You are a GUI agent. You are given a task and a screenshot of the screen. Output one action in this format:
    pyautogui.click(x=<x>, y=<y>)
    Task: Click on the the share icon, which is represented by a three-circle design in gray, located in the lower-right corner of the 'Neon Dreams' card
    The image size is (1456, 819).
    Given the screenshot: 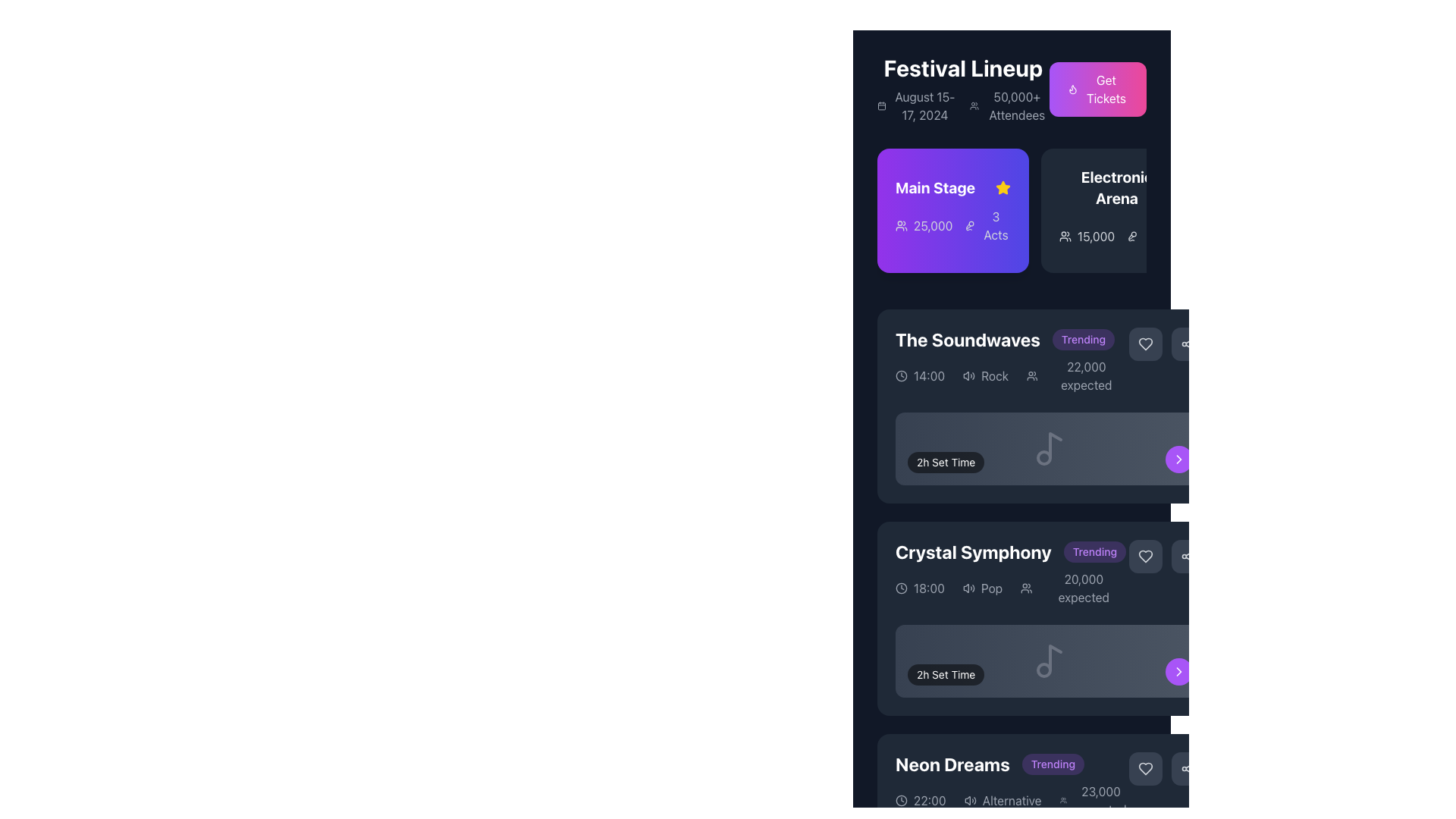 What is the action you would take?
    pyautogui.click(x=1187, y=769)
    